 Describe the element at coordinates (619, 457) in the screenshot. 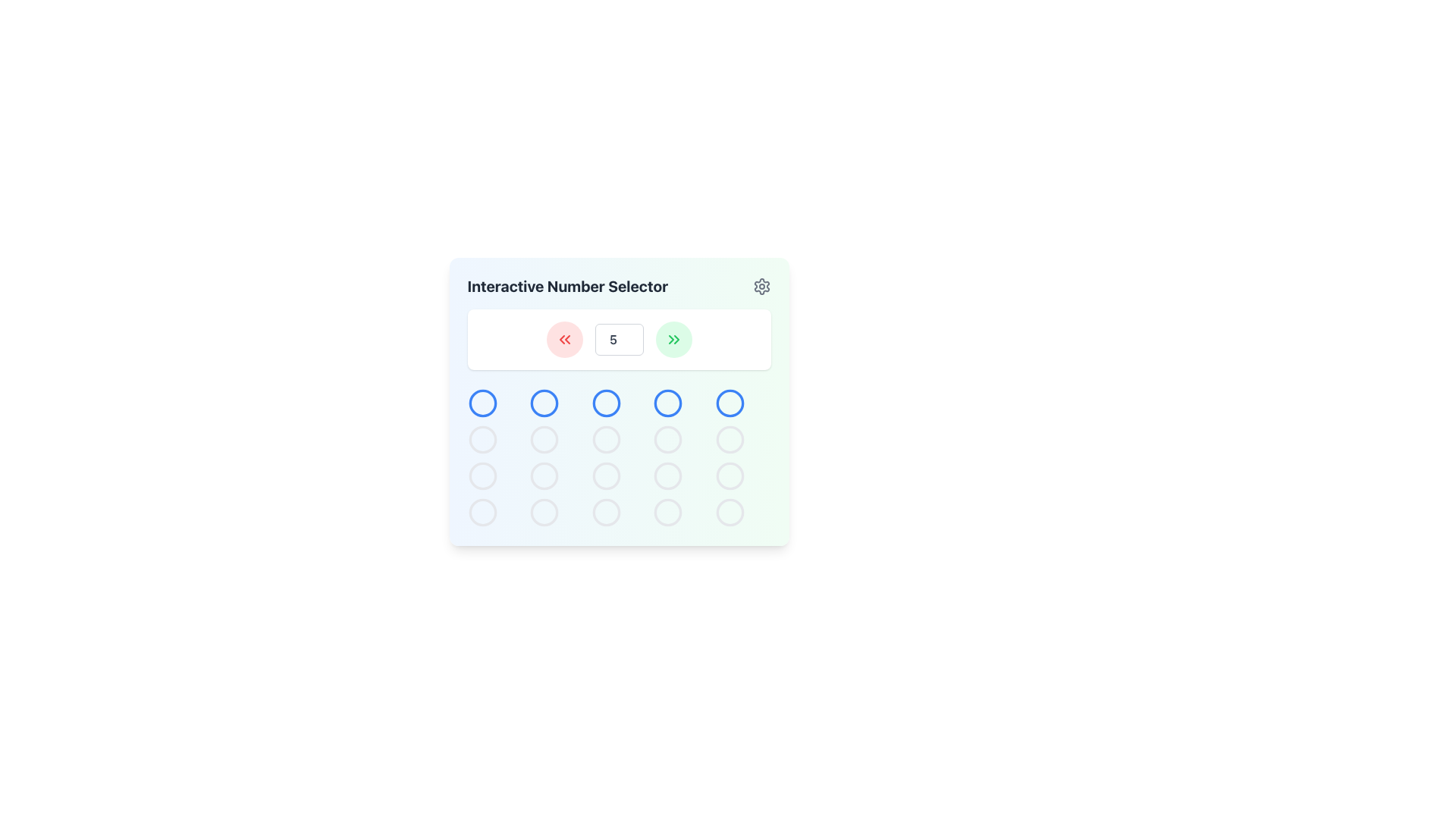

I see `the circular icons in the Interactive Number Selector grid layout` at that location.